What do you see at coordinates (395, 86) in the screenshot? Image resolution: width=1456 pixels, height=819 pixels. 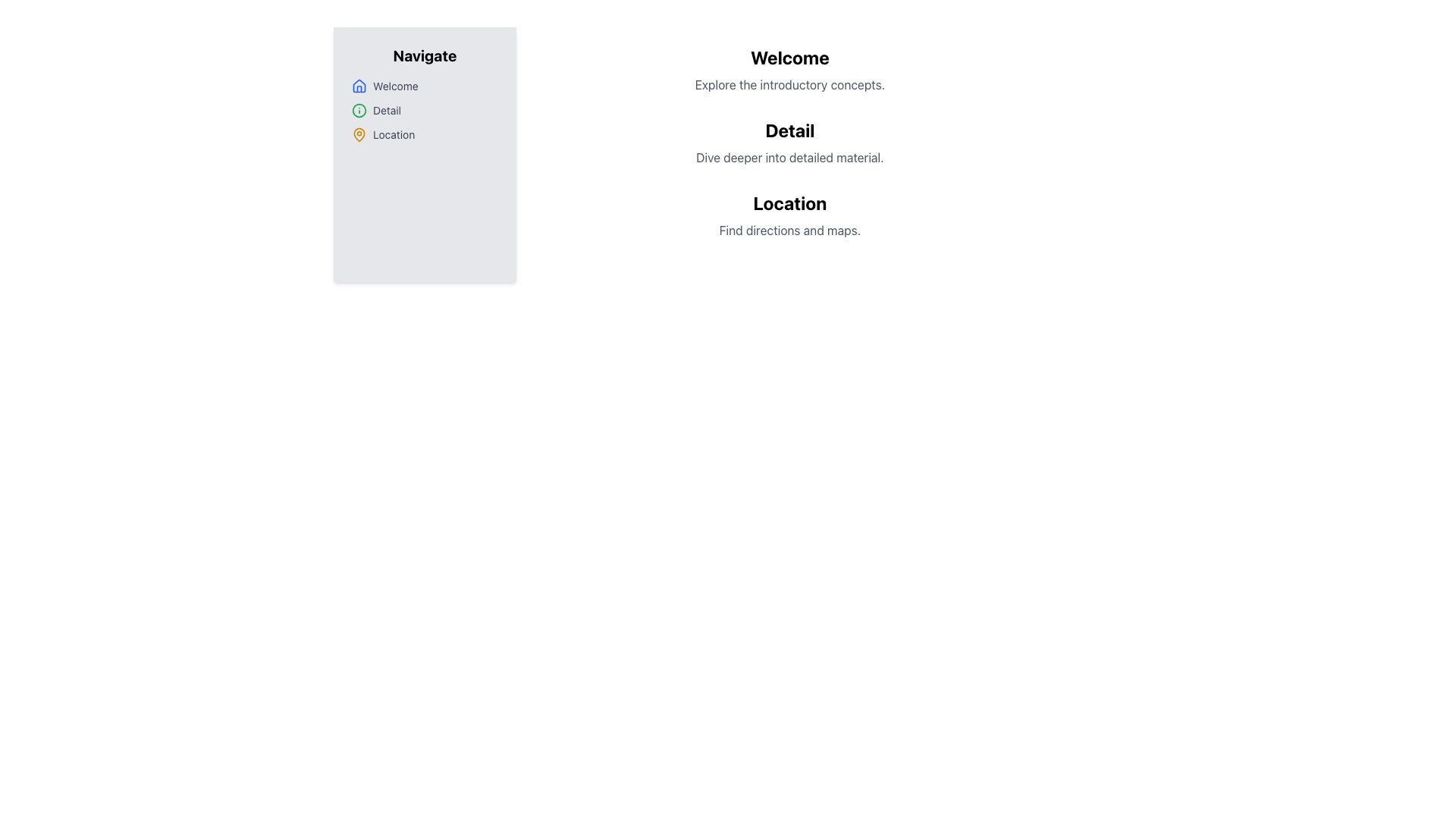 I see `the 'Welcome' text link in the navigation menu` at bounding box center [395, 86].